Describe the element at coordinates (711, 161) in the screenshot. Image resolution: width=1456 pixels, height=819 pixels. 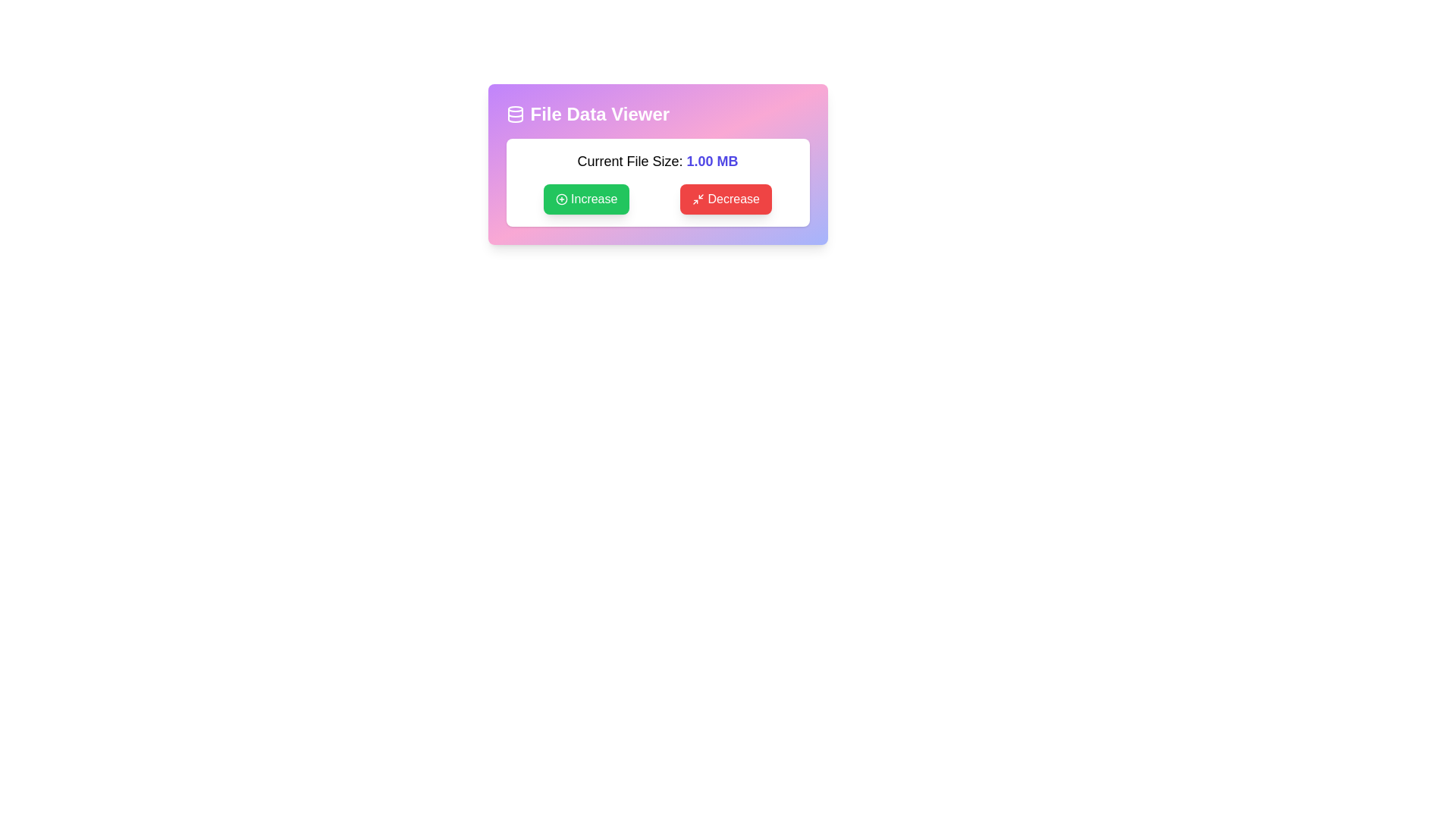
I see `the static text display element showing '1.00 MB' in blue indigo bold font, which is part of the label 'Current File Size: 1.00 MB'` at that location.